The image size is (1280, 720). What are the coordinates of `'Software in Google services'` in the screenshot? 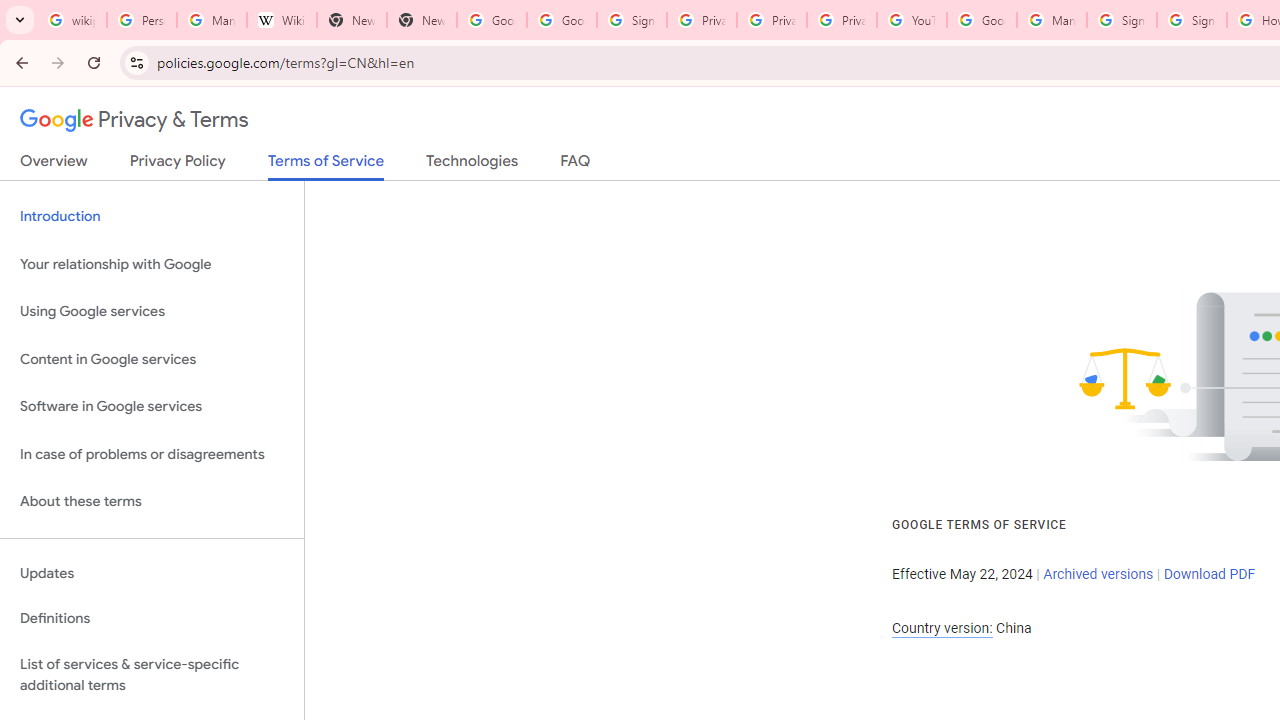 It's located at (151, 406).